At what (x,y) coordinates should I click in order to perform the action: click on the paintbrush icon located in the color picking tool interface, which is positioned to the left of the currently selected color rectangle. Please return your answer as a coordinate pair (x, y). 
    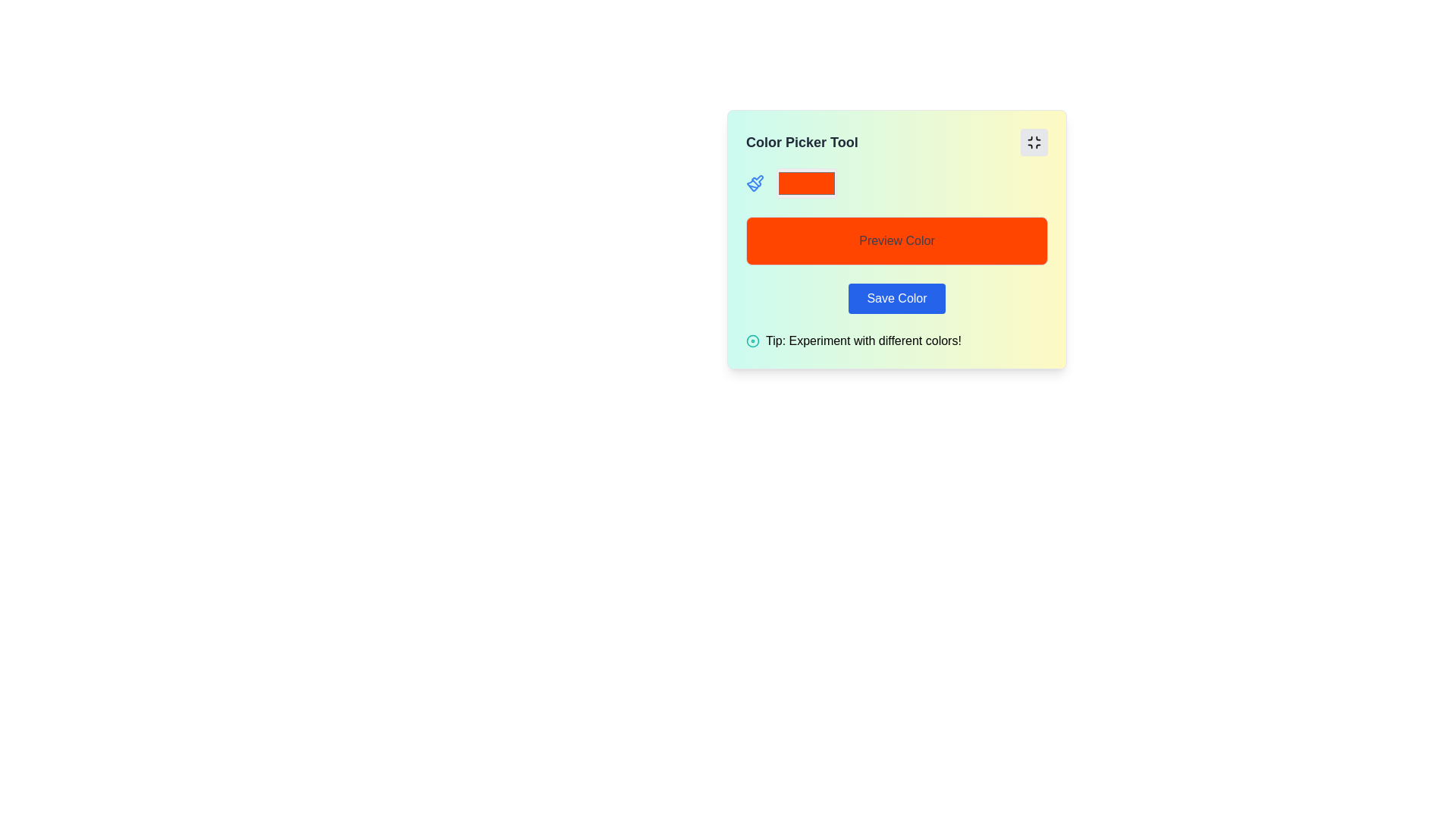
    Looking at the image, I should click on (758, 180).